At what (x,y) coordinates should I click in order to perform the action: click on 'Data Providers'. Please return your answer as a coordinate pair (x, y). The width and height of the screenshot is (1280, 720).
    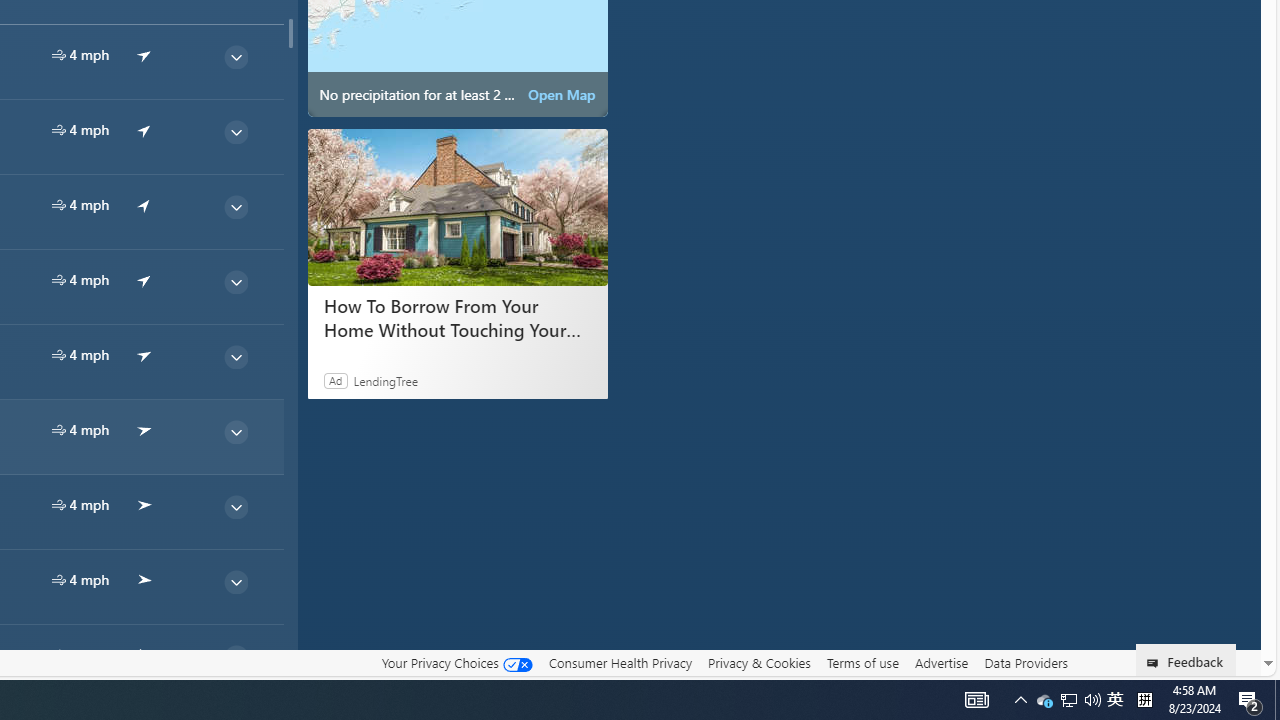
    Looking at the image, I should click on (1025, 662).